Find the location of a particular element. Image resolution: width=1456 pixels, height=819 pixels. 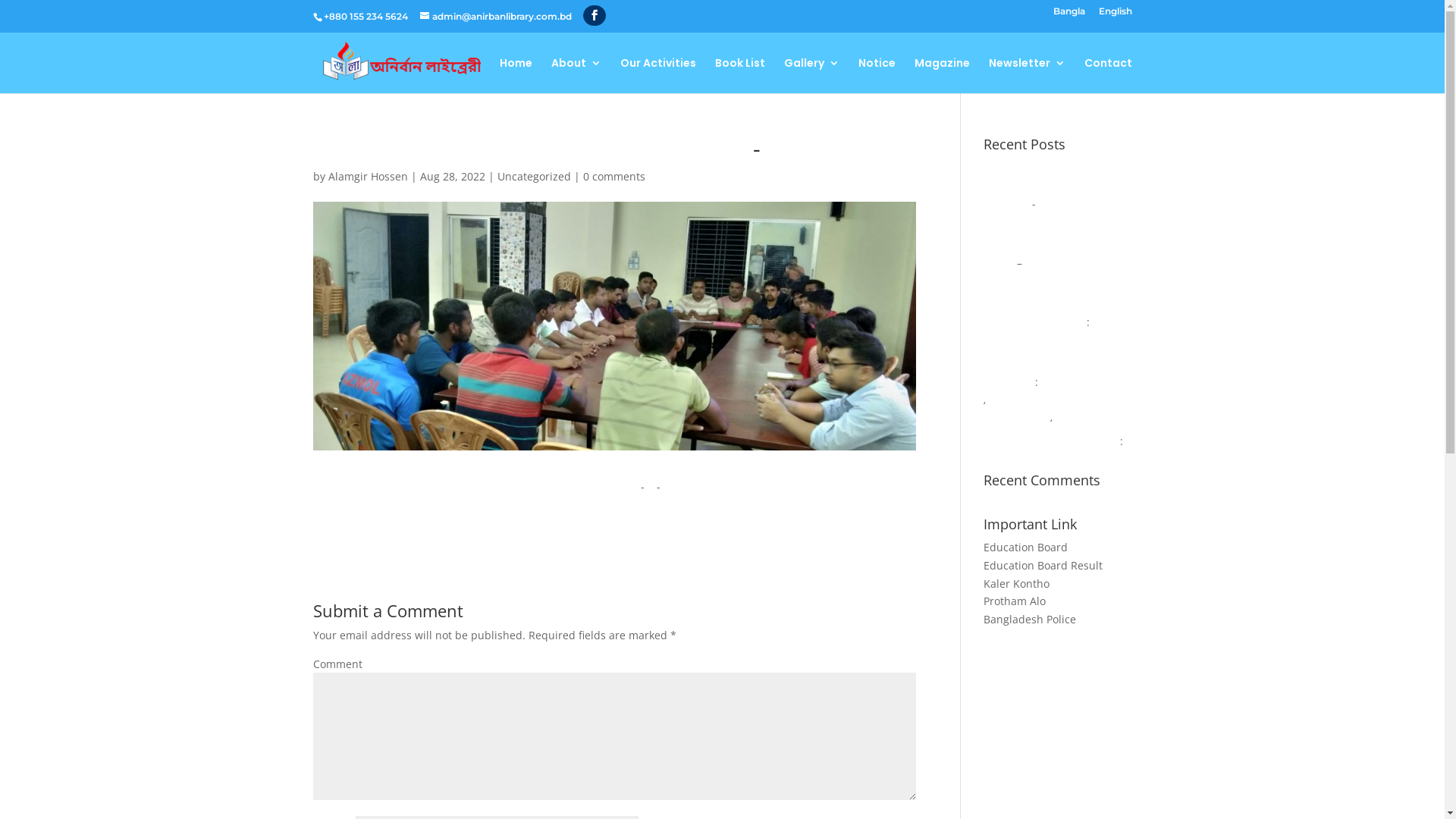

'Kaler Kontho' is located at coordinates (1016, 582).